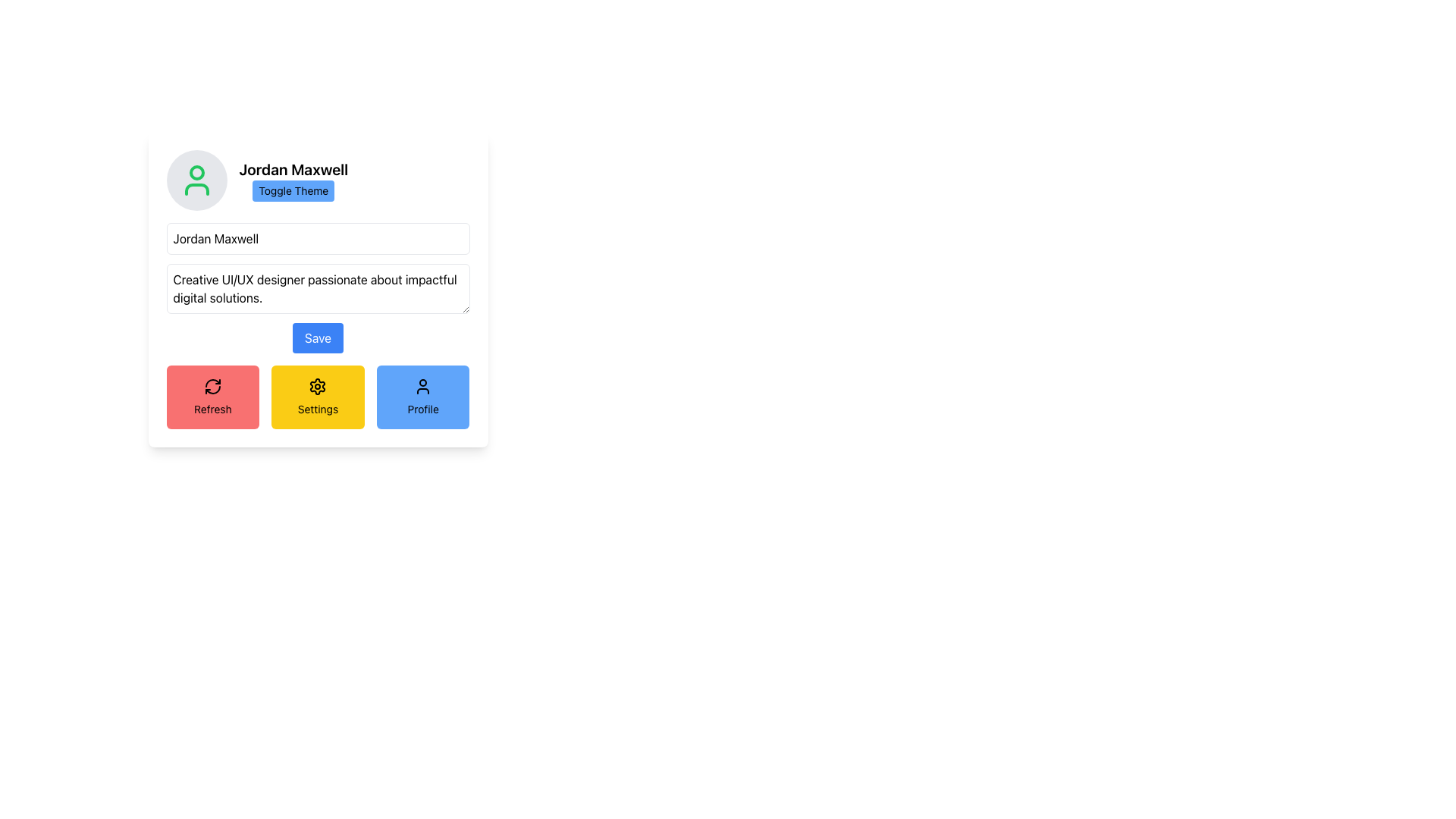  What do you see at coordinates (196, 180) in the screenshot?
I see `the profile picture placeholder icon located on the left side of the card at the top, adjacent to the text 'Jordan Maxwell' and the 'Toggle Theme' button` at bounding box center [196, 180].